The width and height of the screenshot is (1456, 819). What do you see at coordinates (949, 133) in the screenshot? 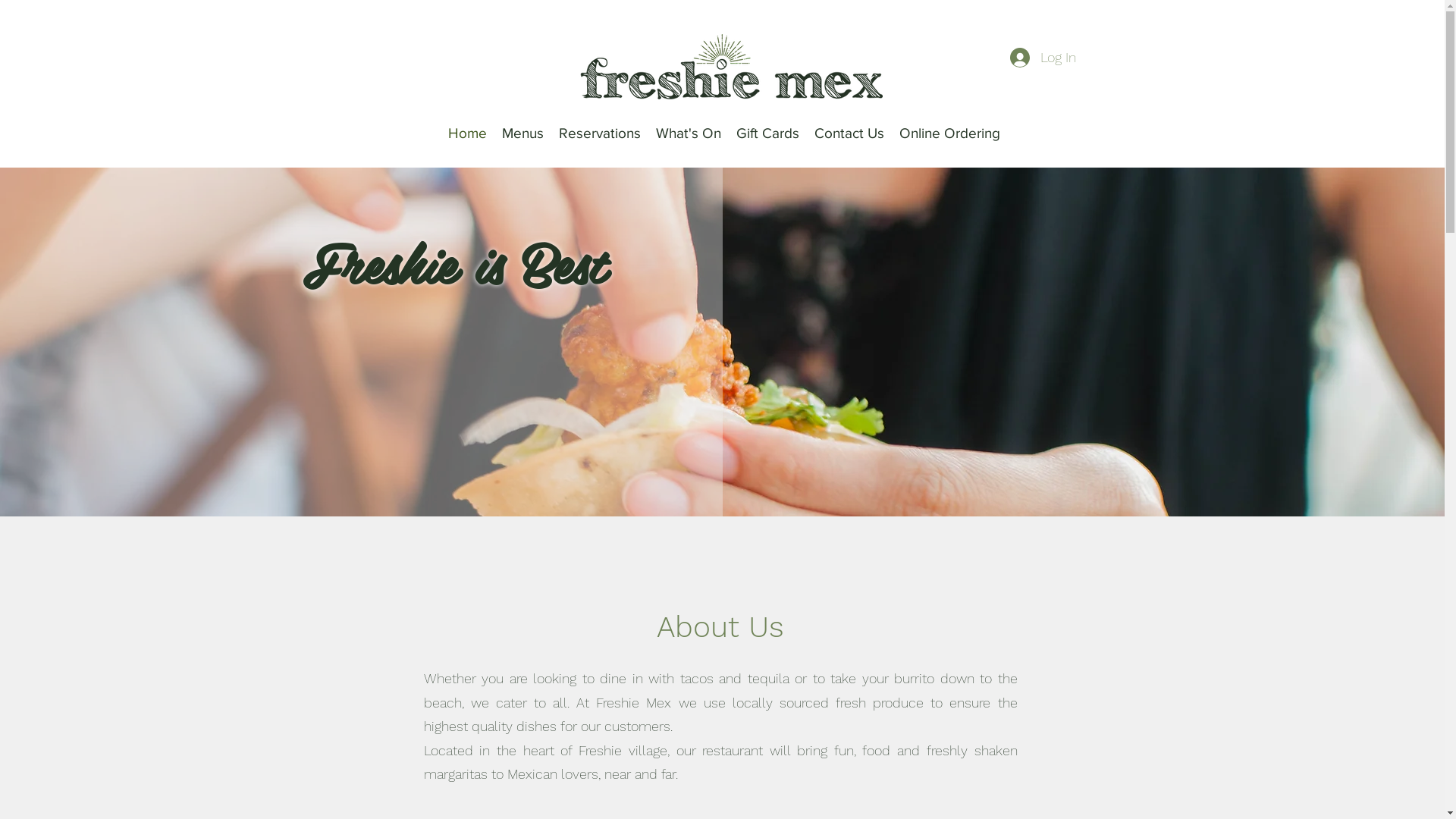
I see `'Online Ordering'` at bounding box center [949, 133].